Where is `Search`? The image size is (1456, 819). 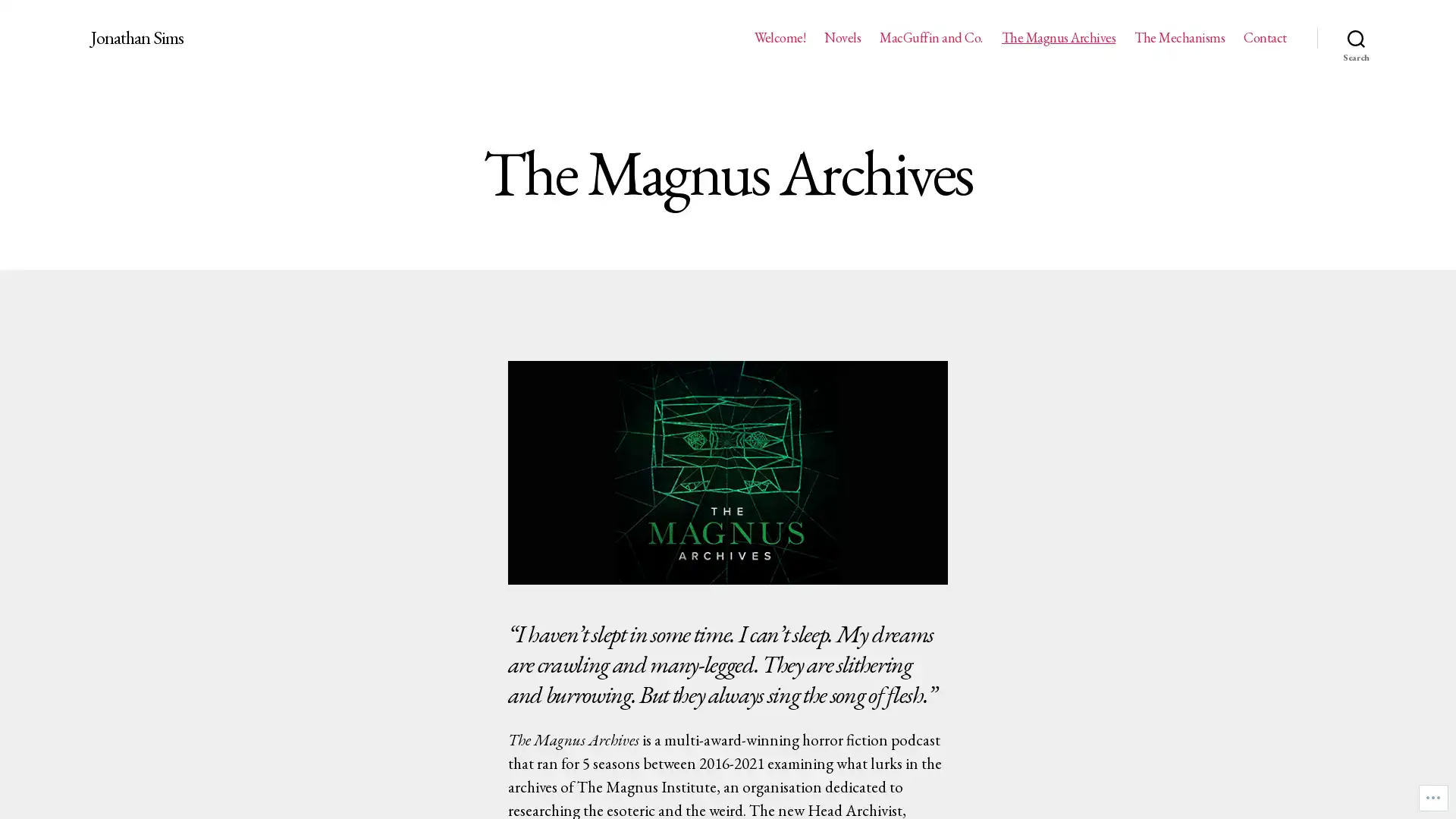 Search is located at coordinates (1356, 37).